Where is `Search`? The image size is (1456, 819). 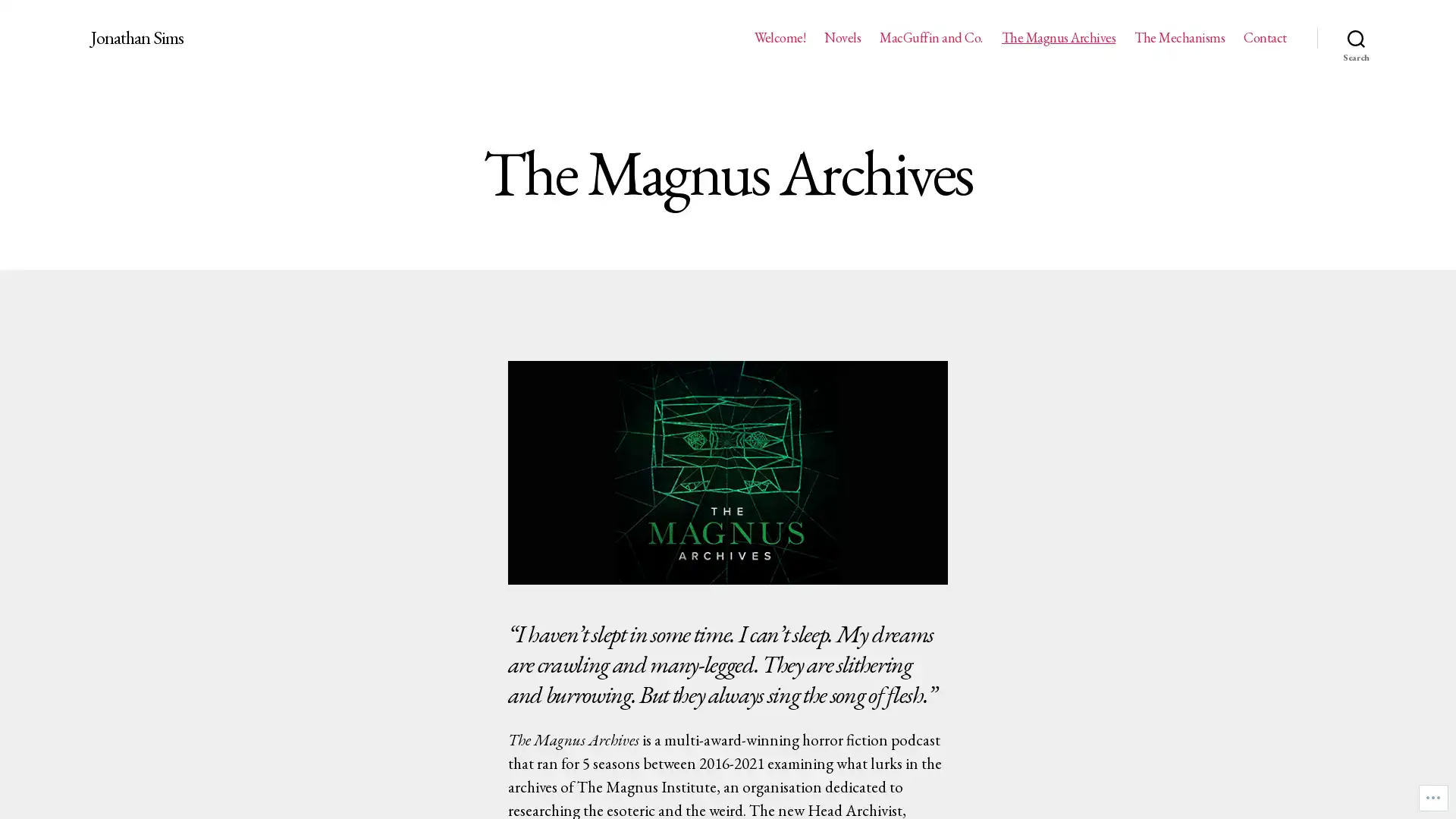 Search is located at coordinates (1356, 37).